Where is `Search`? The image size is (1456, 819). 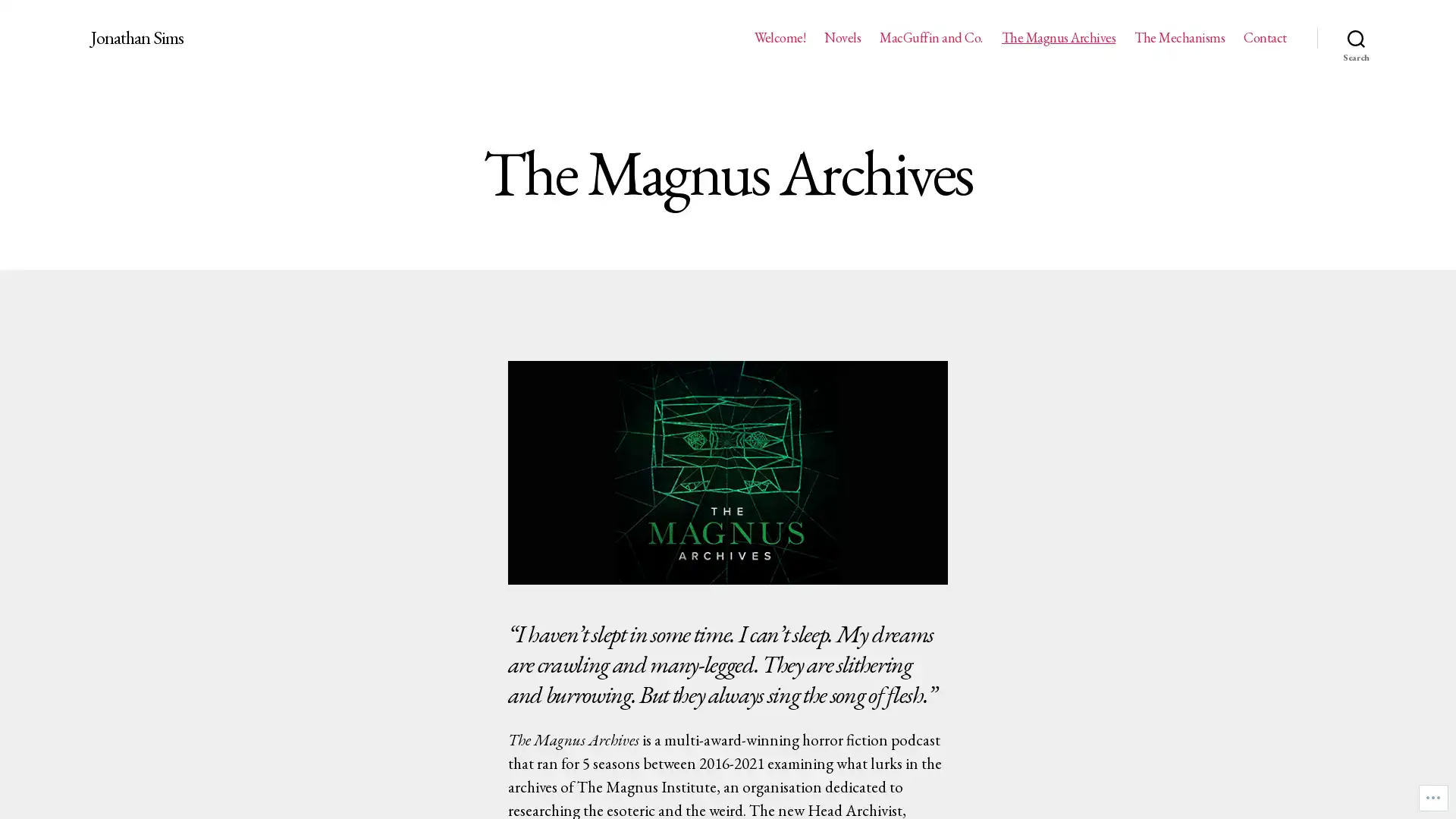 Search is located at coordinates (1356, 37).